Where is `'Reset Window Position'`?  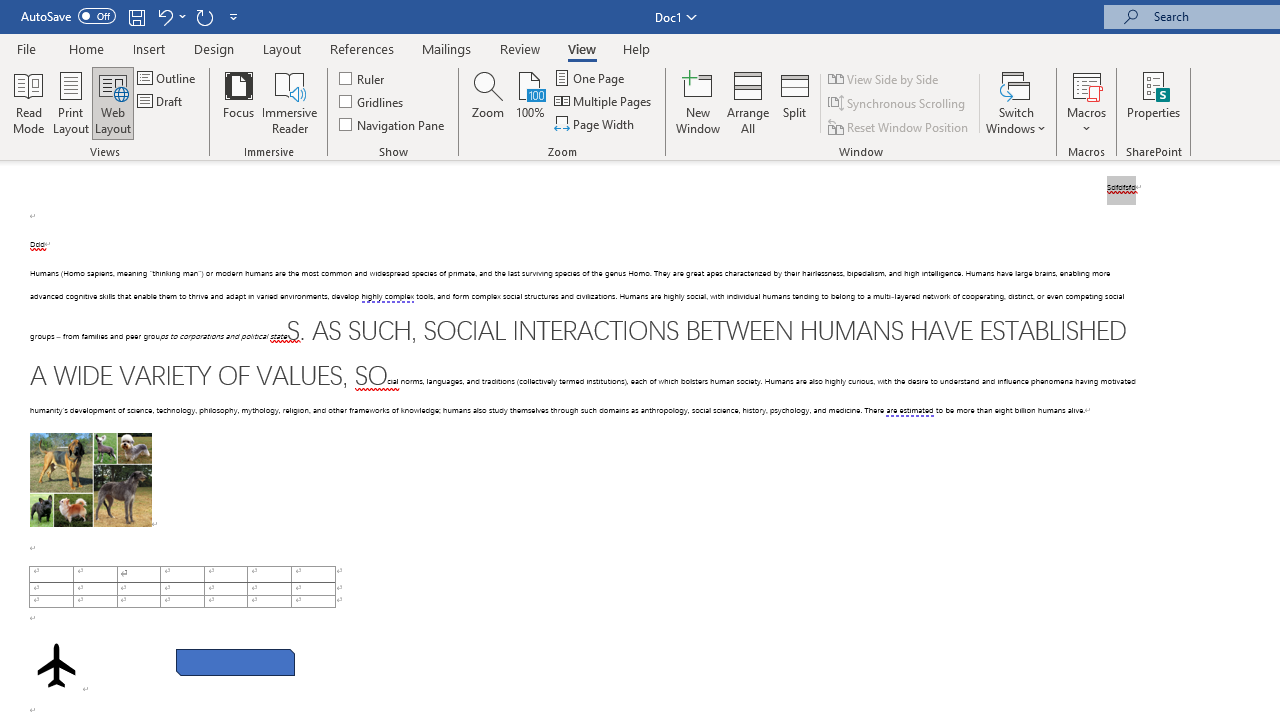
'Reset Window Position' is located at coordinates (899, 127).